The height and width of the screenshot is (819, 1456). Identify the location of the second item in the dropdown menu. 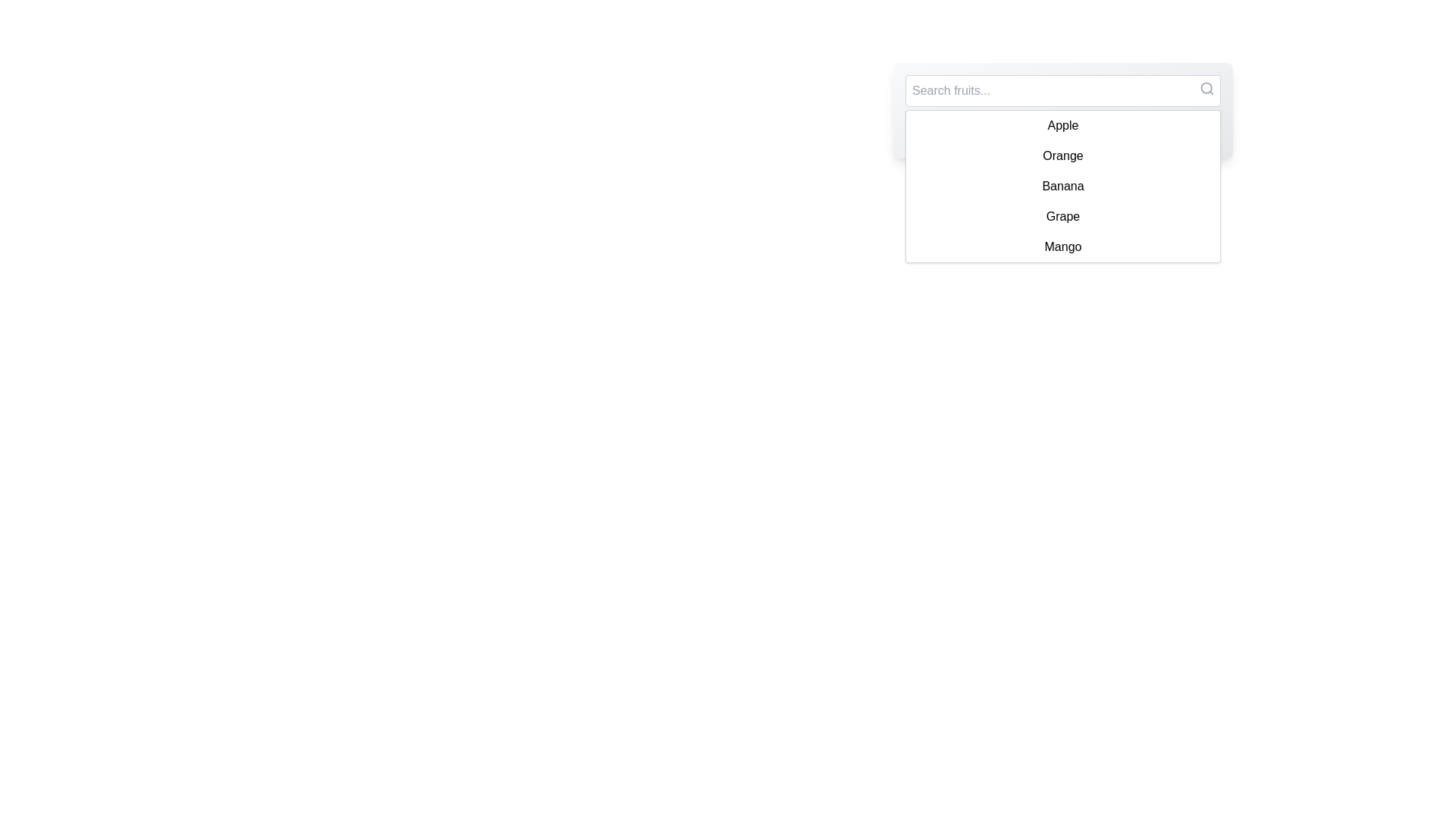
(1062, 155).